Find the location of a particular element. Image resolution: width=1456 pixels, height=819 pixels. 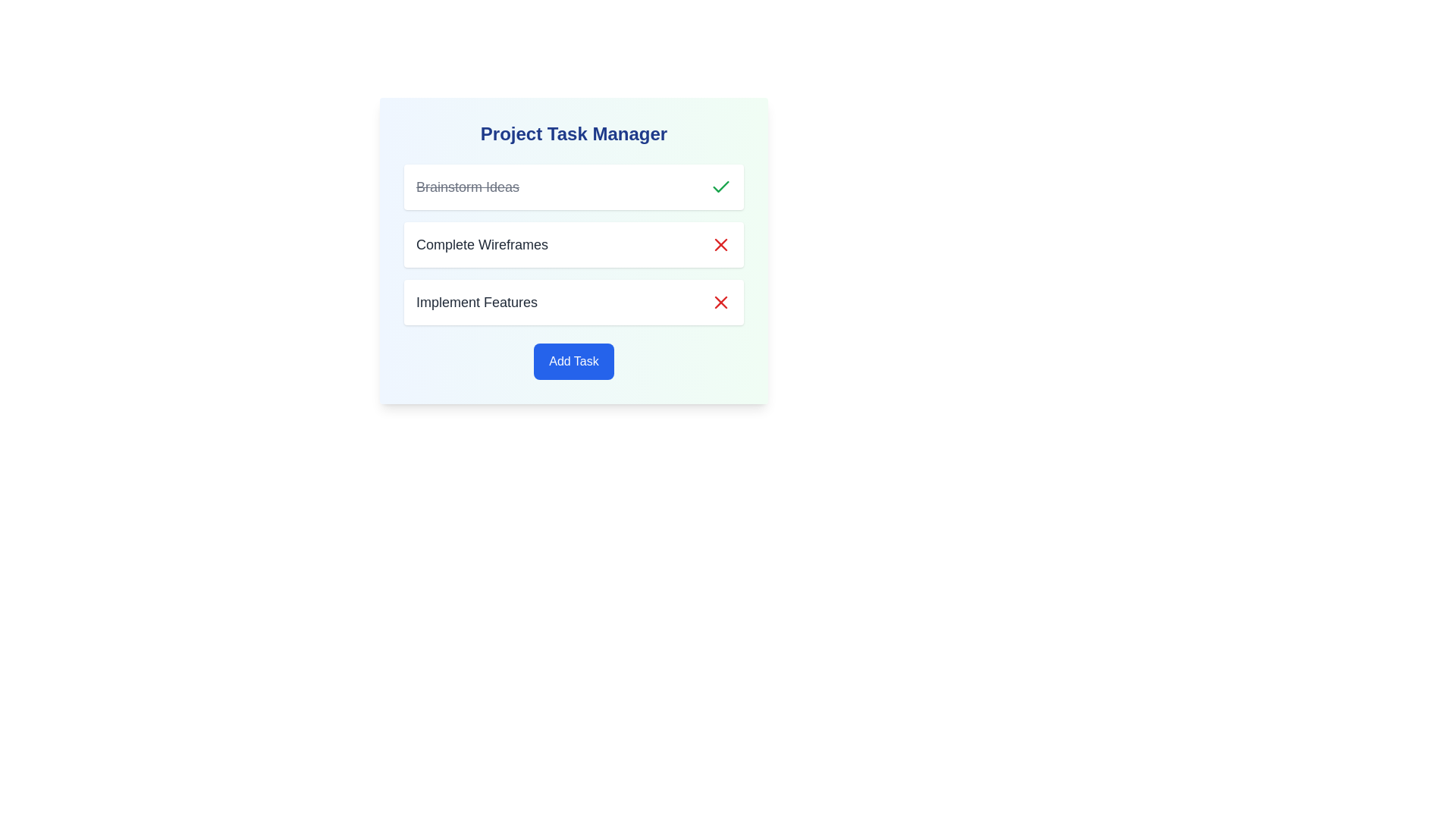

the button in the first task row labeled 'Brainstorm Ideas' is located at coordinates (720, 186).